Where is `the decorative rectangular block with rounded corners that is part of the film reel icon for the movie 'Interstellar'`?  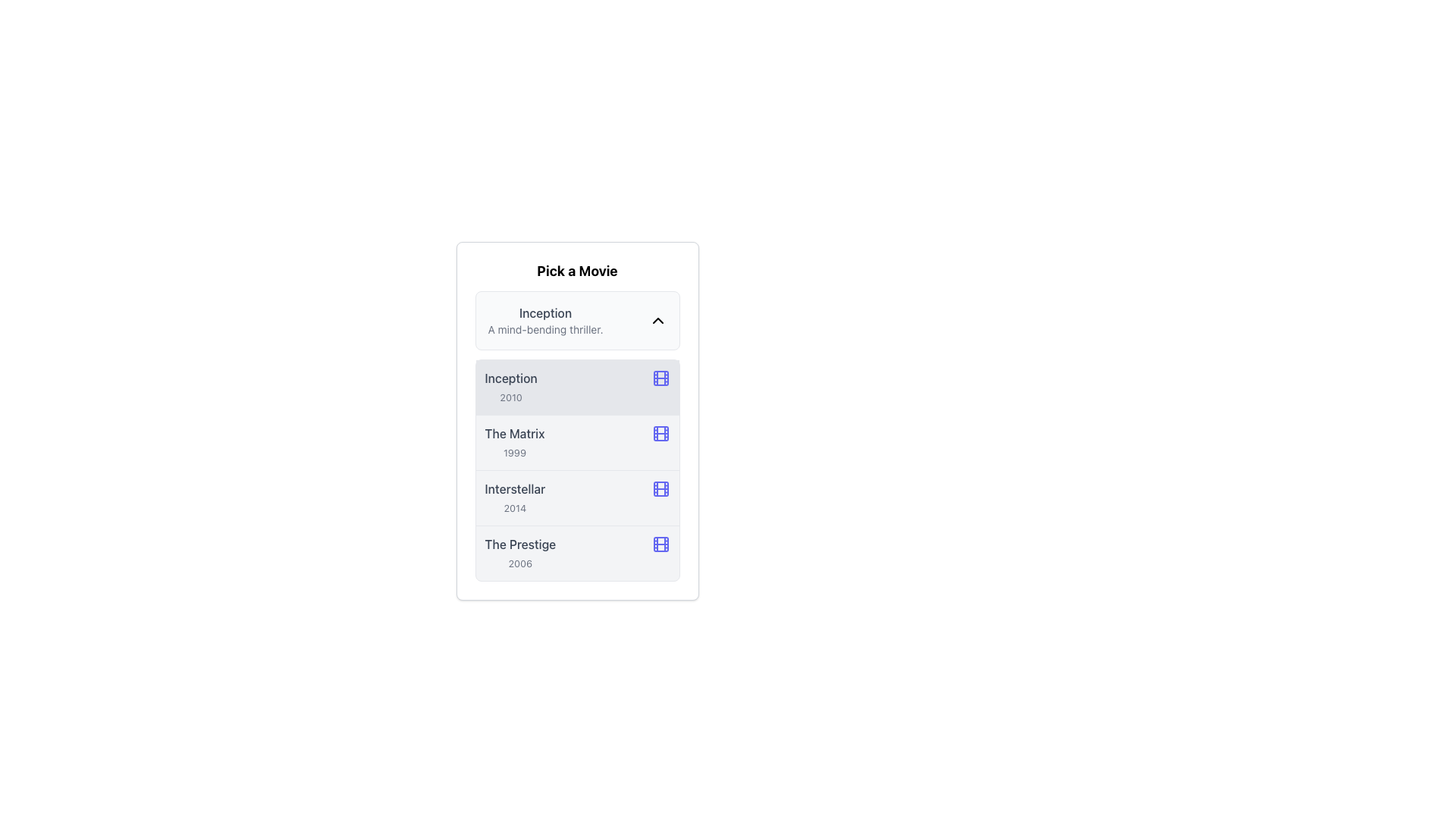
the decorative rectangular block with rounded corners that is part of the film reel icon for the movie 'Interstellar' is located at coordinates (661, 488).